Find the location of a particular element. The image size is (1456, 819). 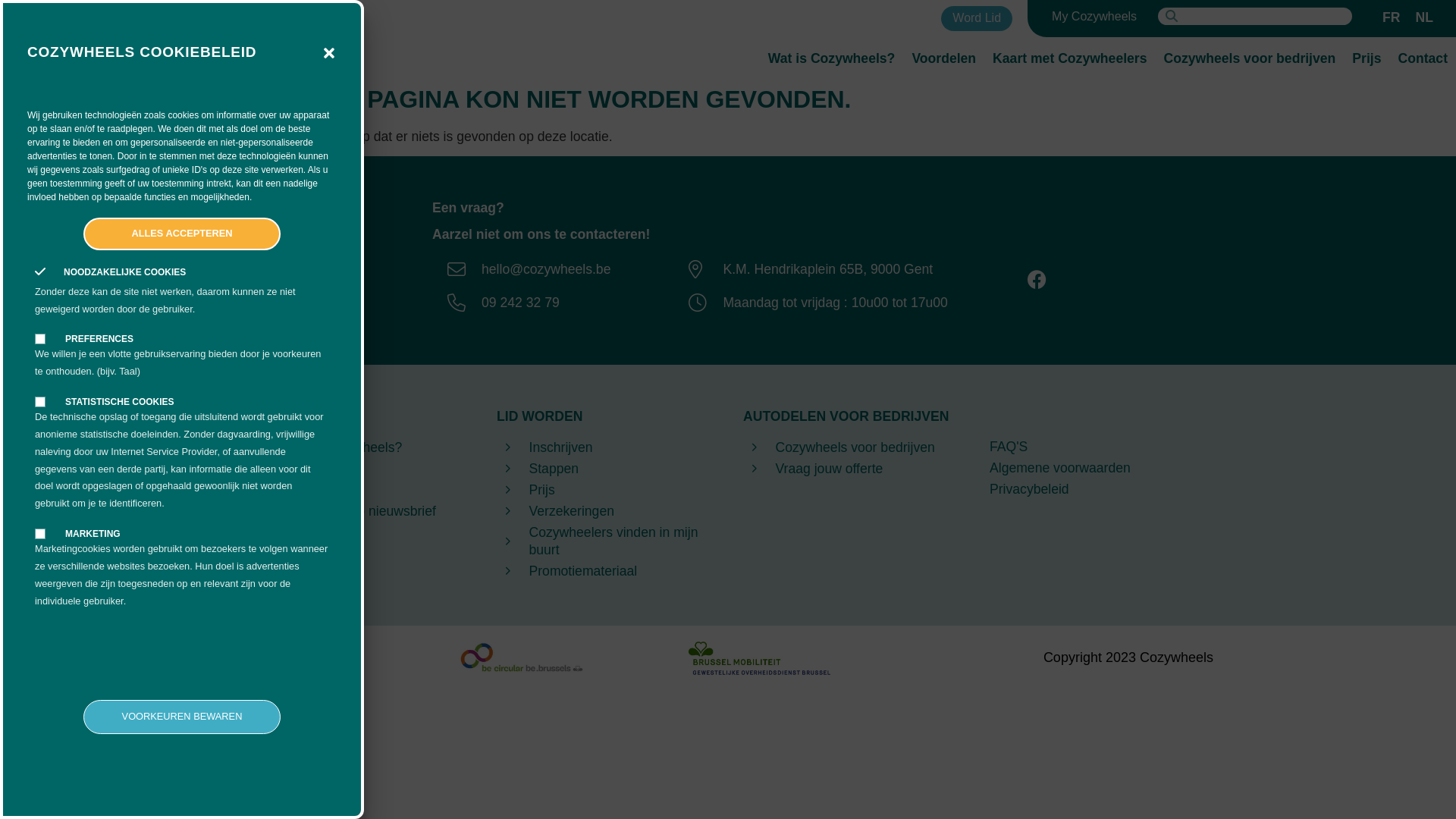

'Cozywheelers vinden in mijn buurt' is located at coordinates (604, 540).